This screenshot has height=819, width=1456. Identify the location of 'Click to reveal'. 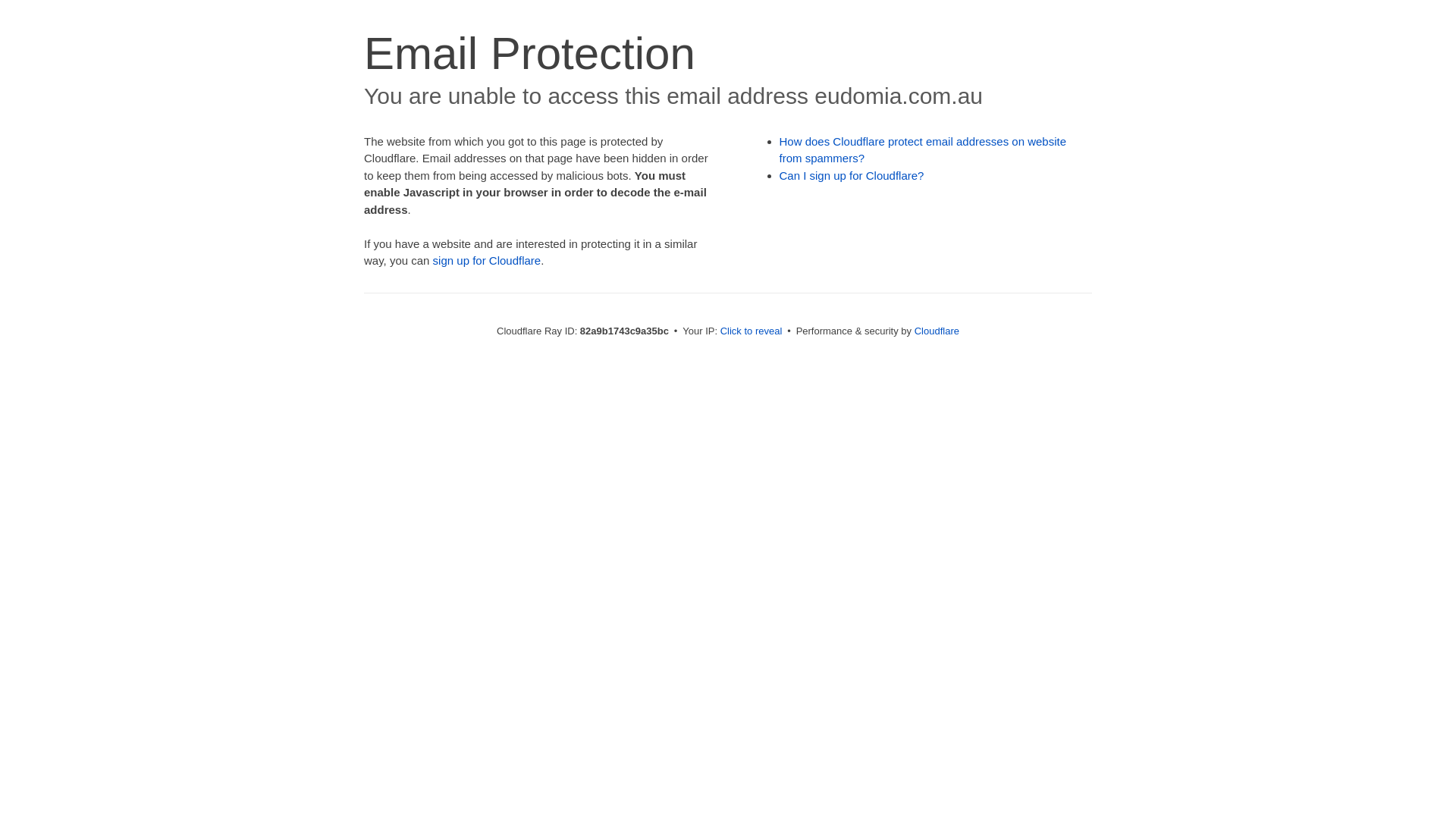
(720, 330).